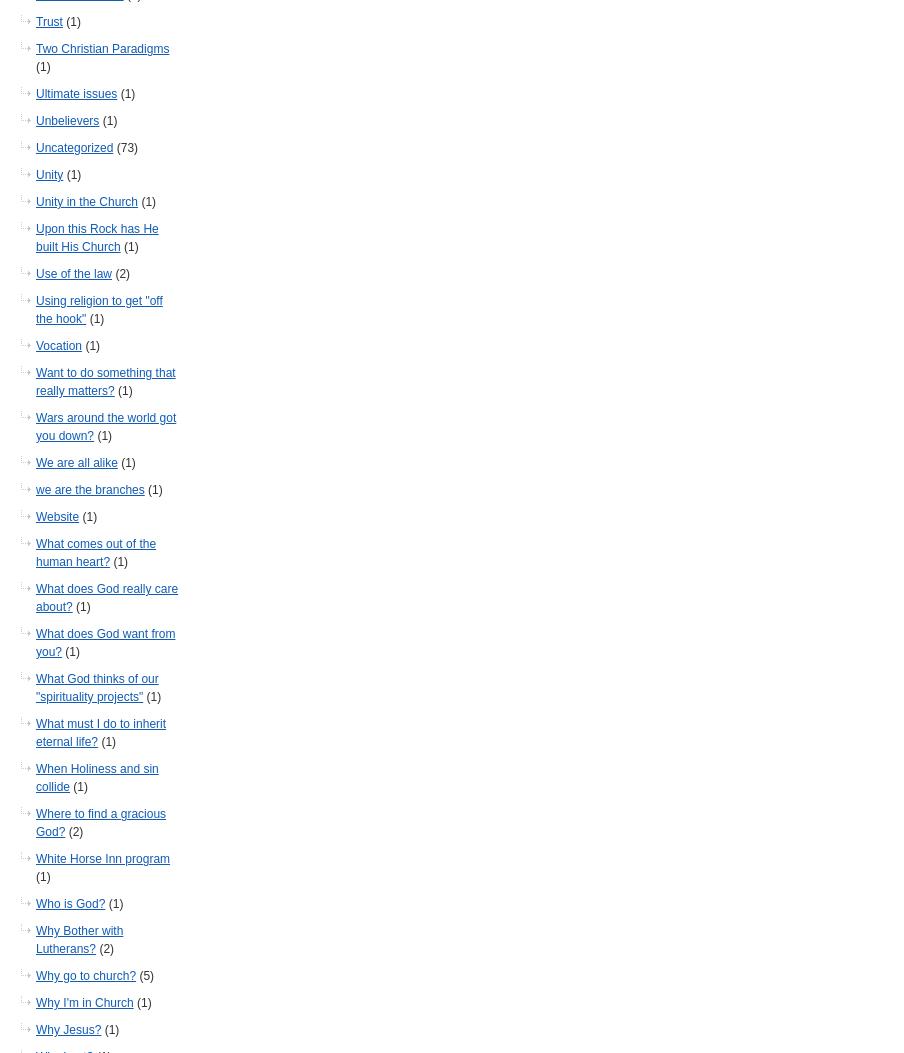 This screenshot has width=904, height=1053. Describe the element at coordinates (144, 976) in the screenshot. I see `'(5)'` at that location.